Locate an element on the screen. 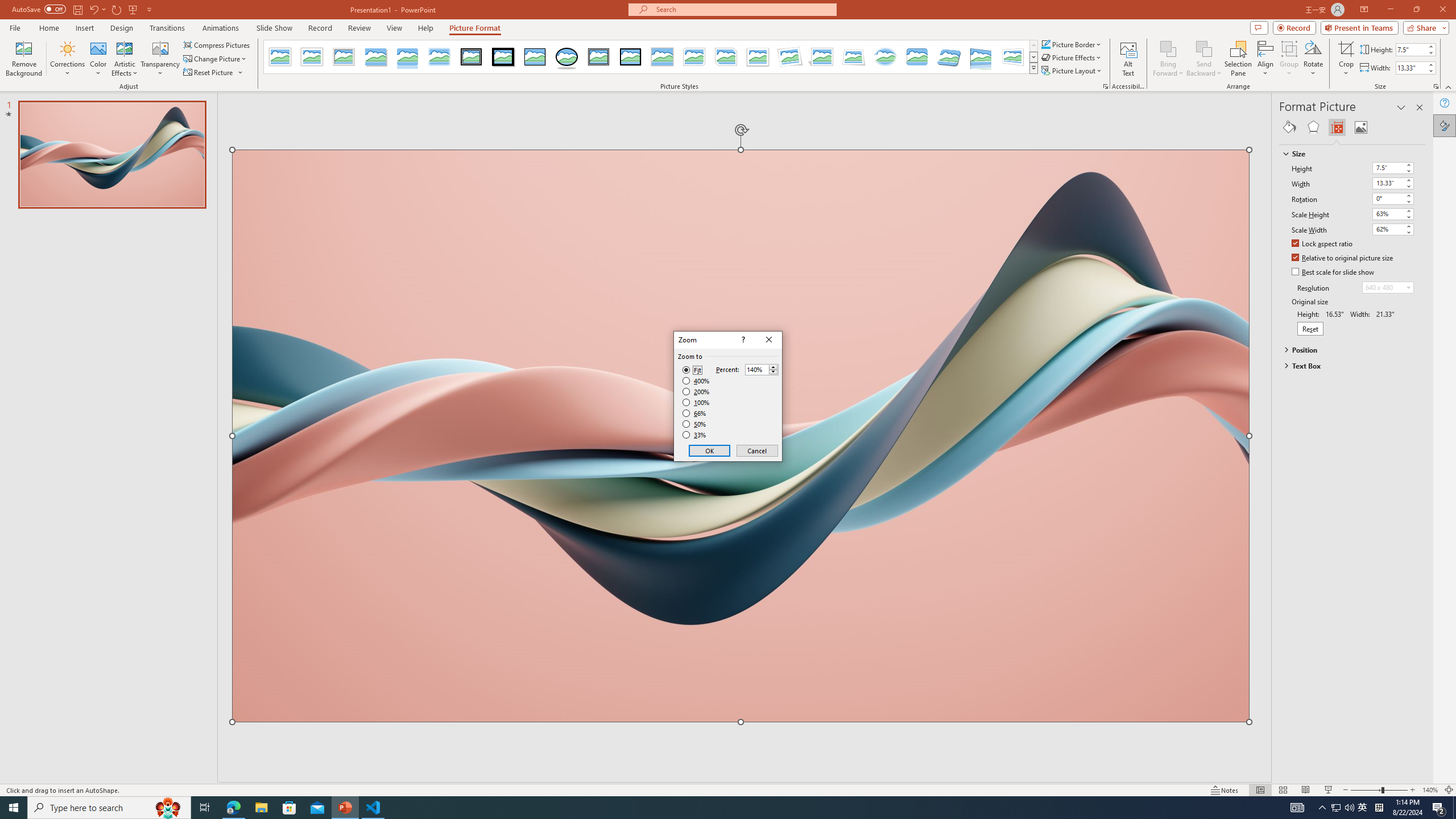 The image size is (1456, 819). 'Align' is located at coordinates (1264, 59).